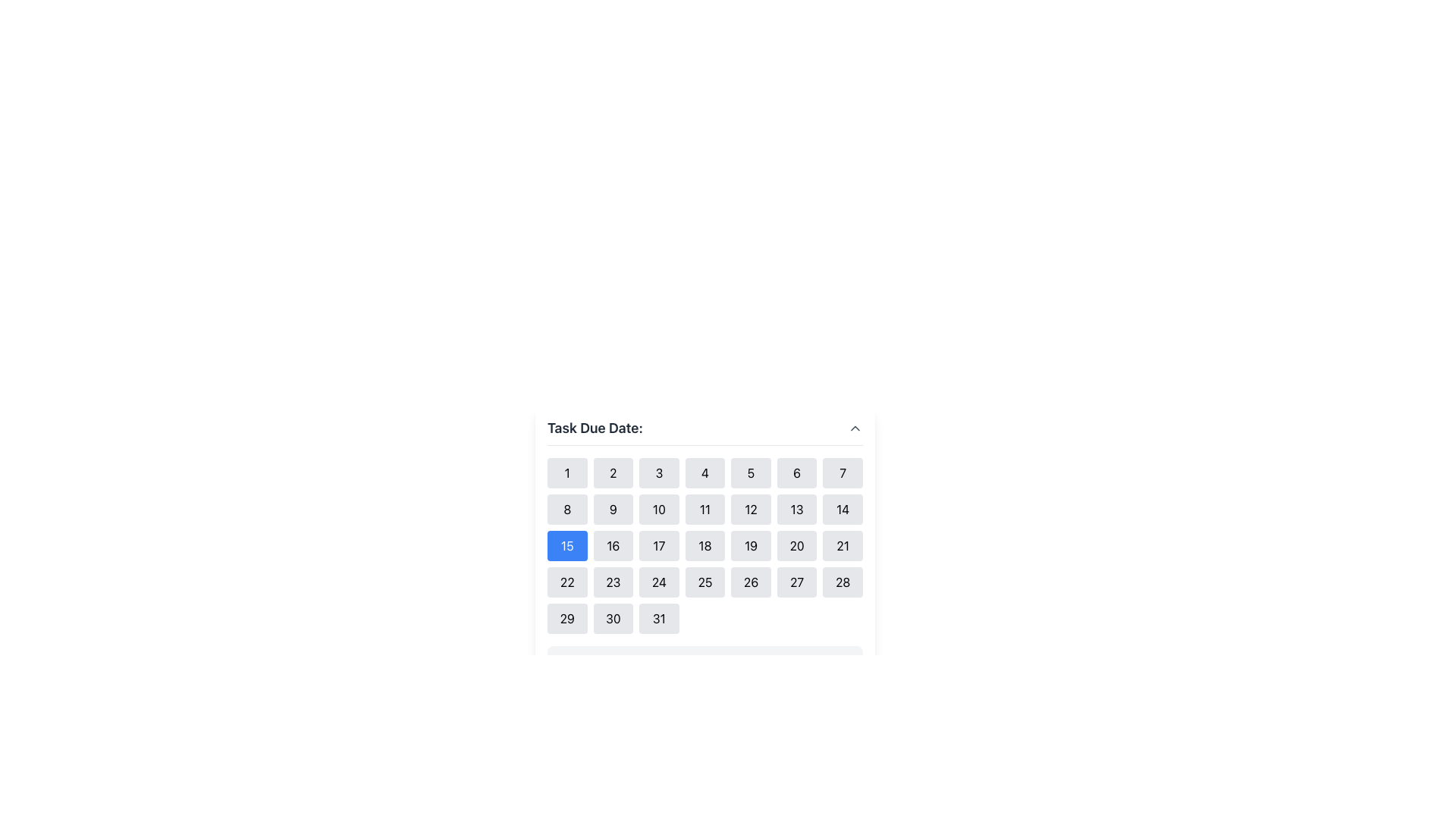  I want to click on the eighth button in the grid layout for selecting the number 8, located in the second row and first column beneath the header 'Task Due Date:', so click(566, 509).